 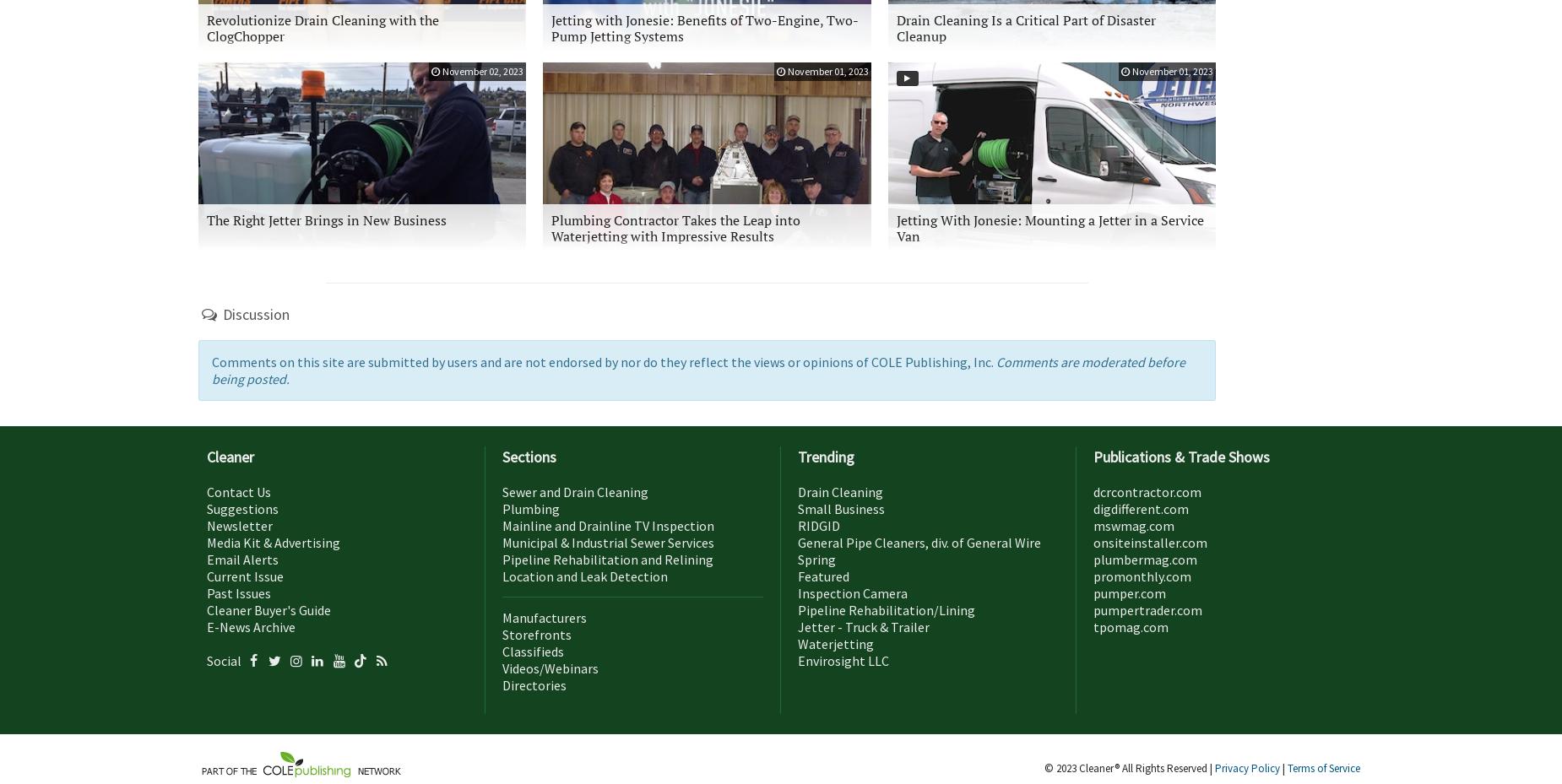 What do you see at coordinates (533, 649) in the screenshot?
I see `'Classifieds'` at bounding box center [533, 649].